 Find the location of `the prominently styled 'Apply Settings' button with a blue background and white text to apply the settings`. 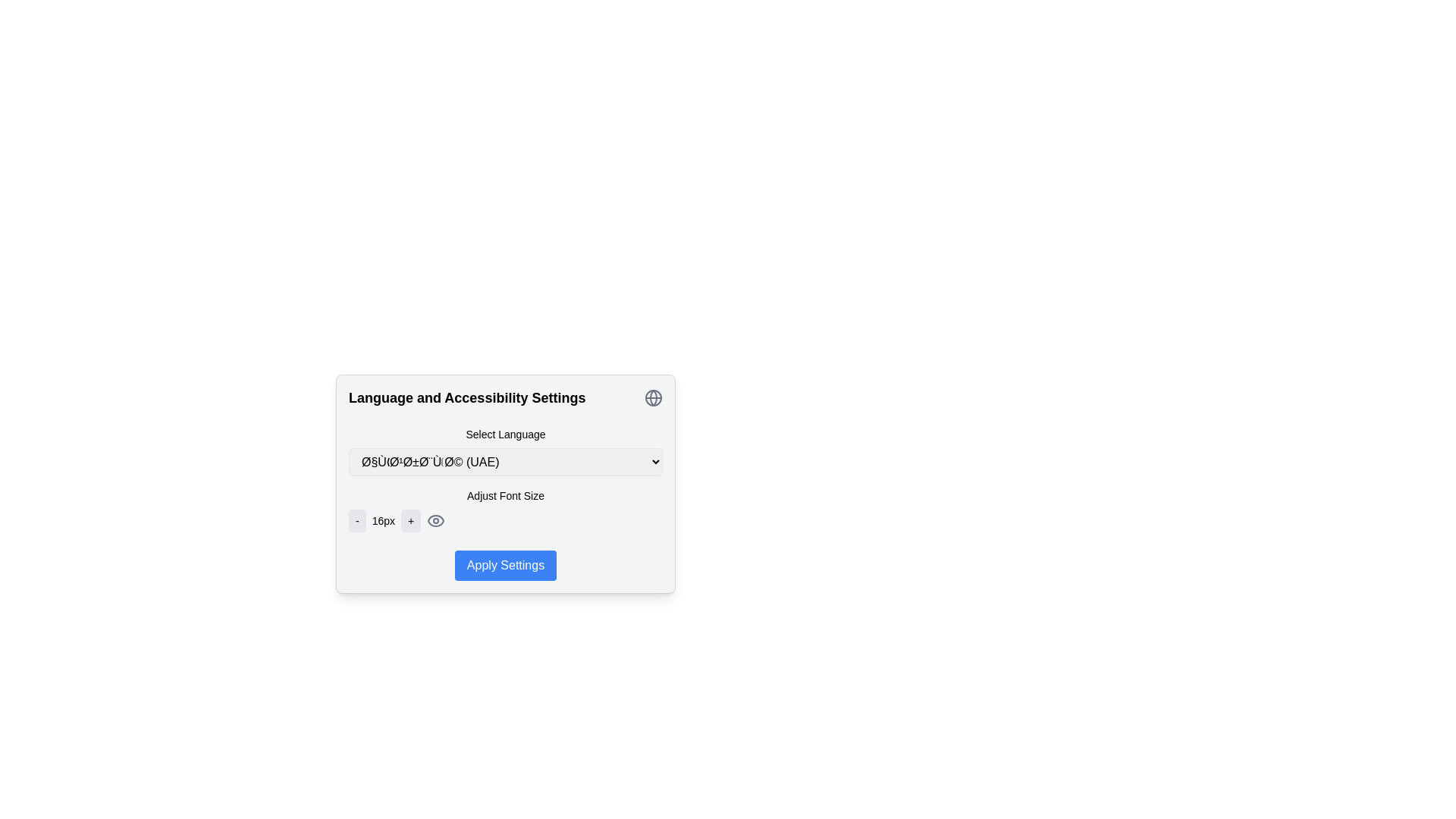

the prominently styled 'Apply Settings' button with a blue background and white text to apply the settings is located at coordinates (506, 565).